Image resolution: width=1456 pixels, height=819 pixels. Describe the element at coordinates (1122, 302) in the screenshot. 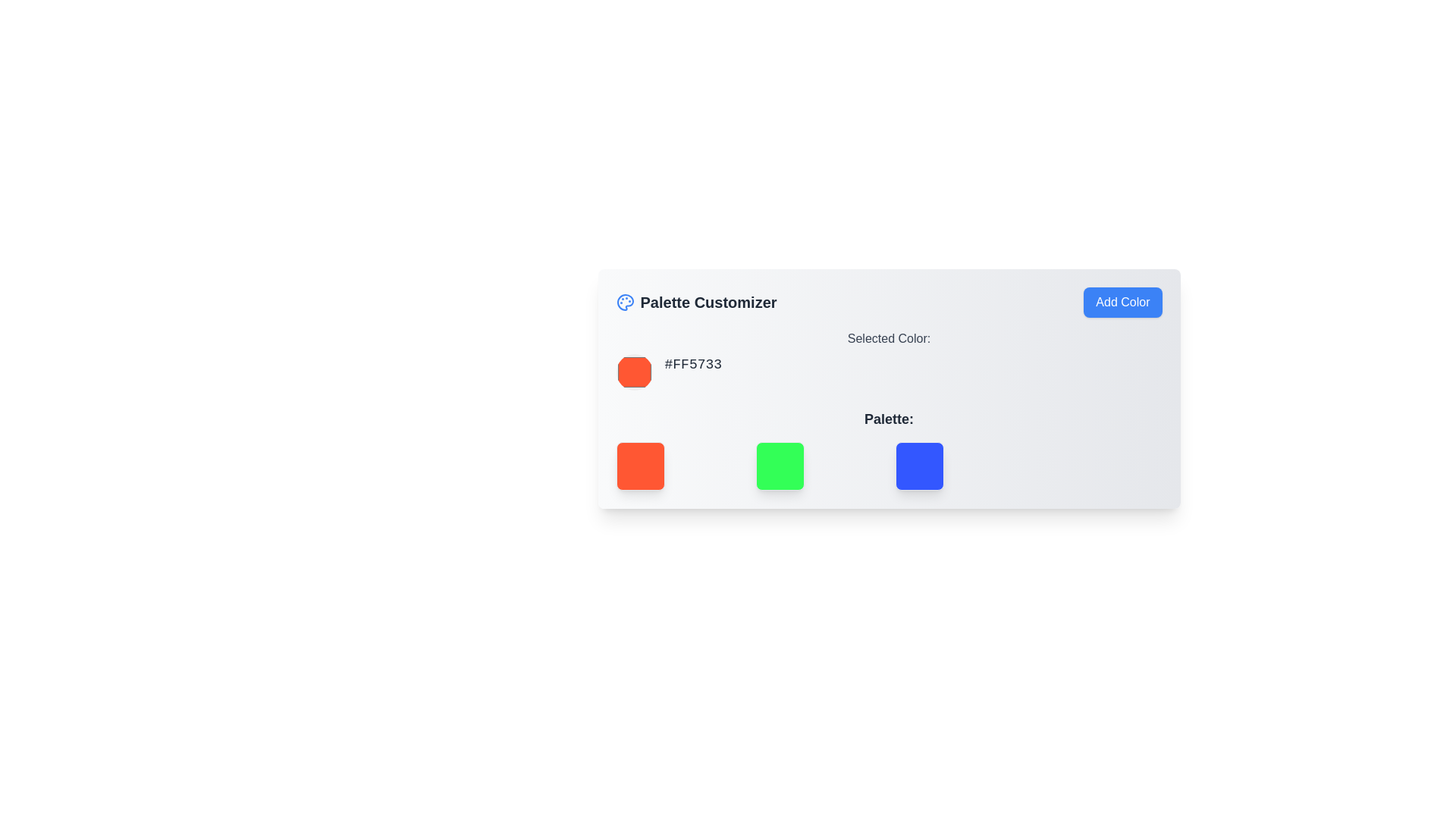

I see `the button located at the top-right corner of the 'Palette Customizer' section` at that location.